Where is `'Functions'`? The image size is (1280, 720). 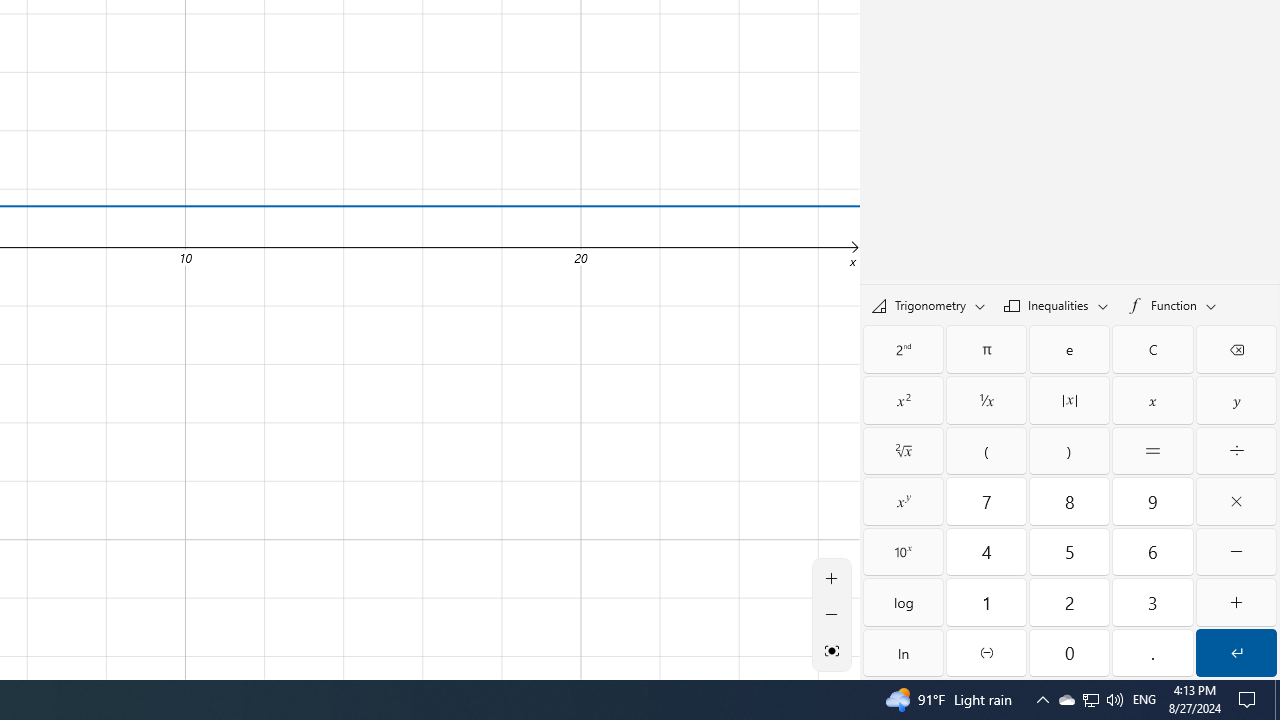 'Functions' is located at coordinates (1171, 305).